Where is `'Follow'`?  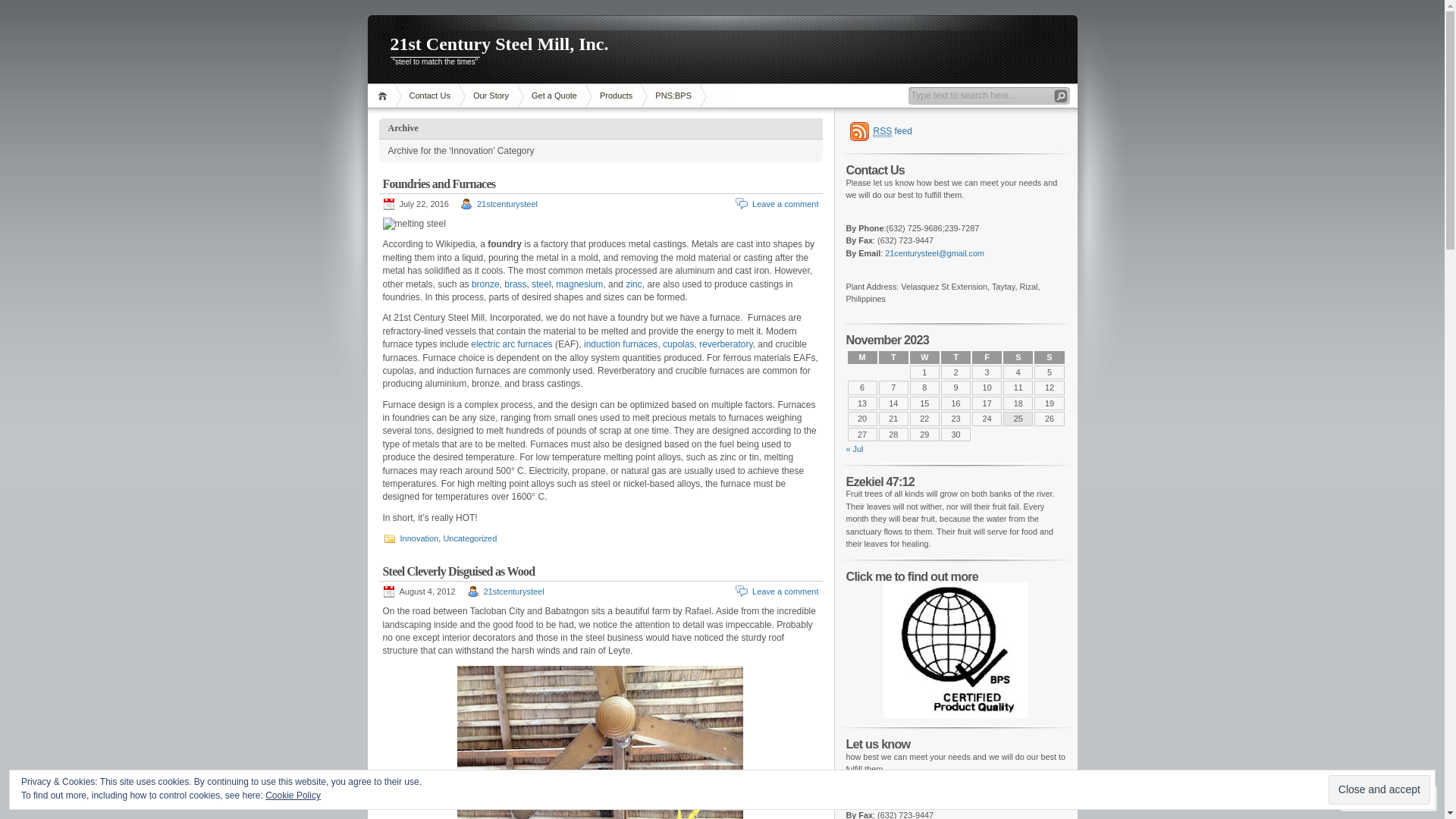
'Follow' is located at coordinates (1375, 797).